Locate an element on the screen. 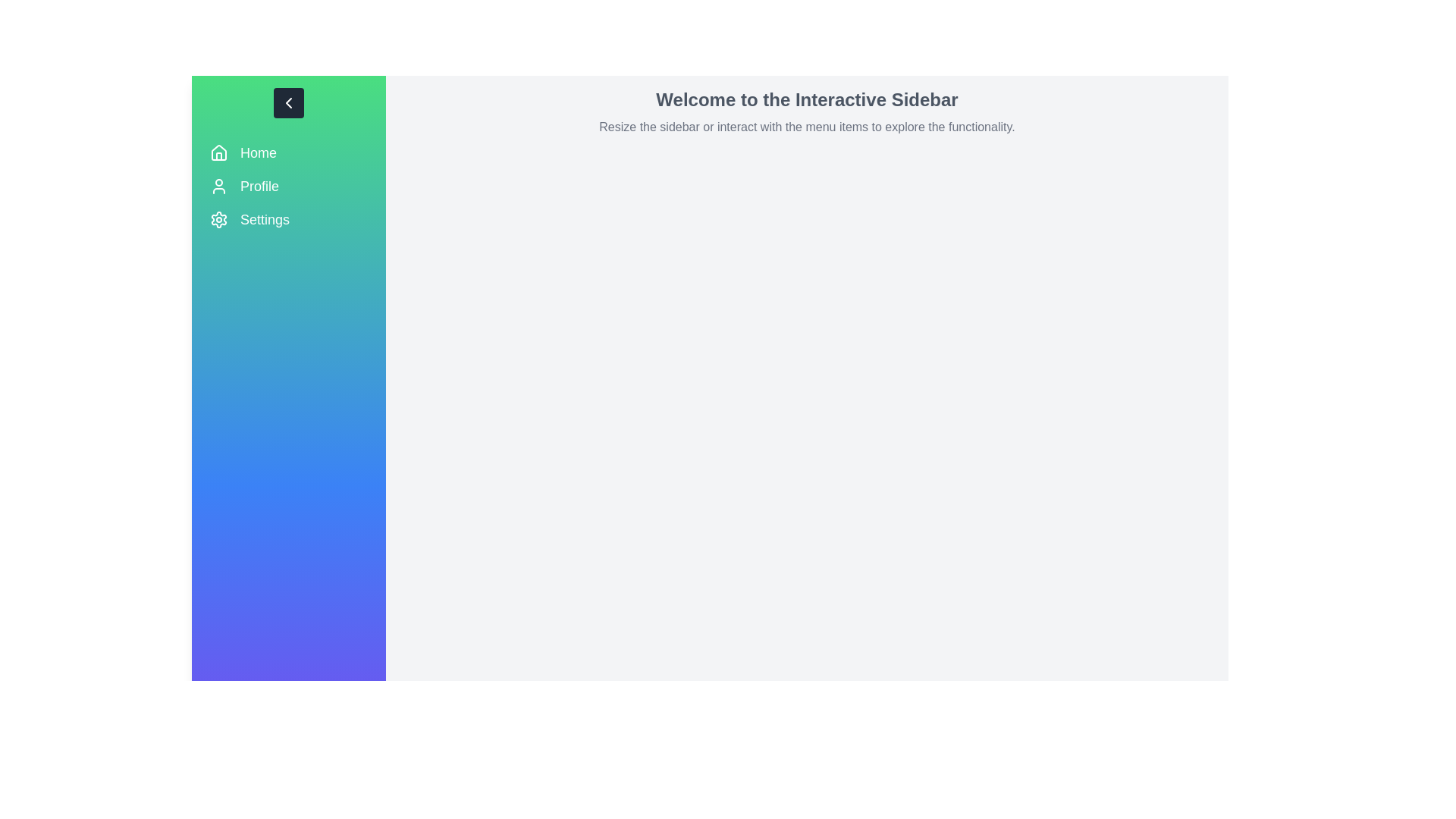 This screenshot has height=819, width=1456. the menu item Home to navigate to the corresponding section is located at coordinates (288, 152).